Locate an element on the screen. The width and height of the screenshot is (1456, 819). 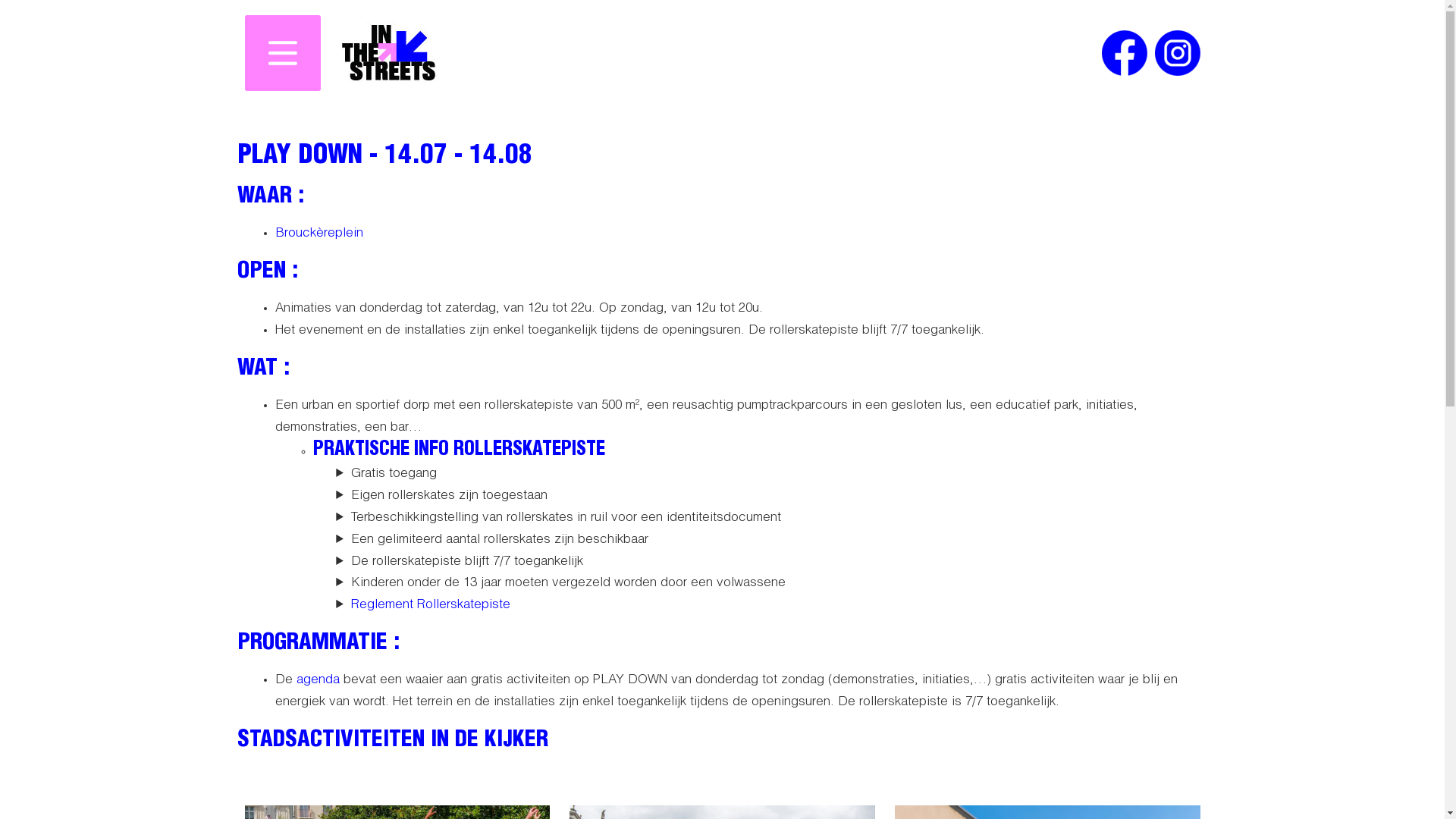
'Reglement Rollerskatepiste' is located at coordinates (428, 604).